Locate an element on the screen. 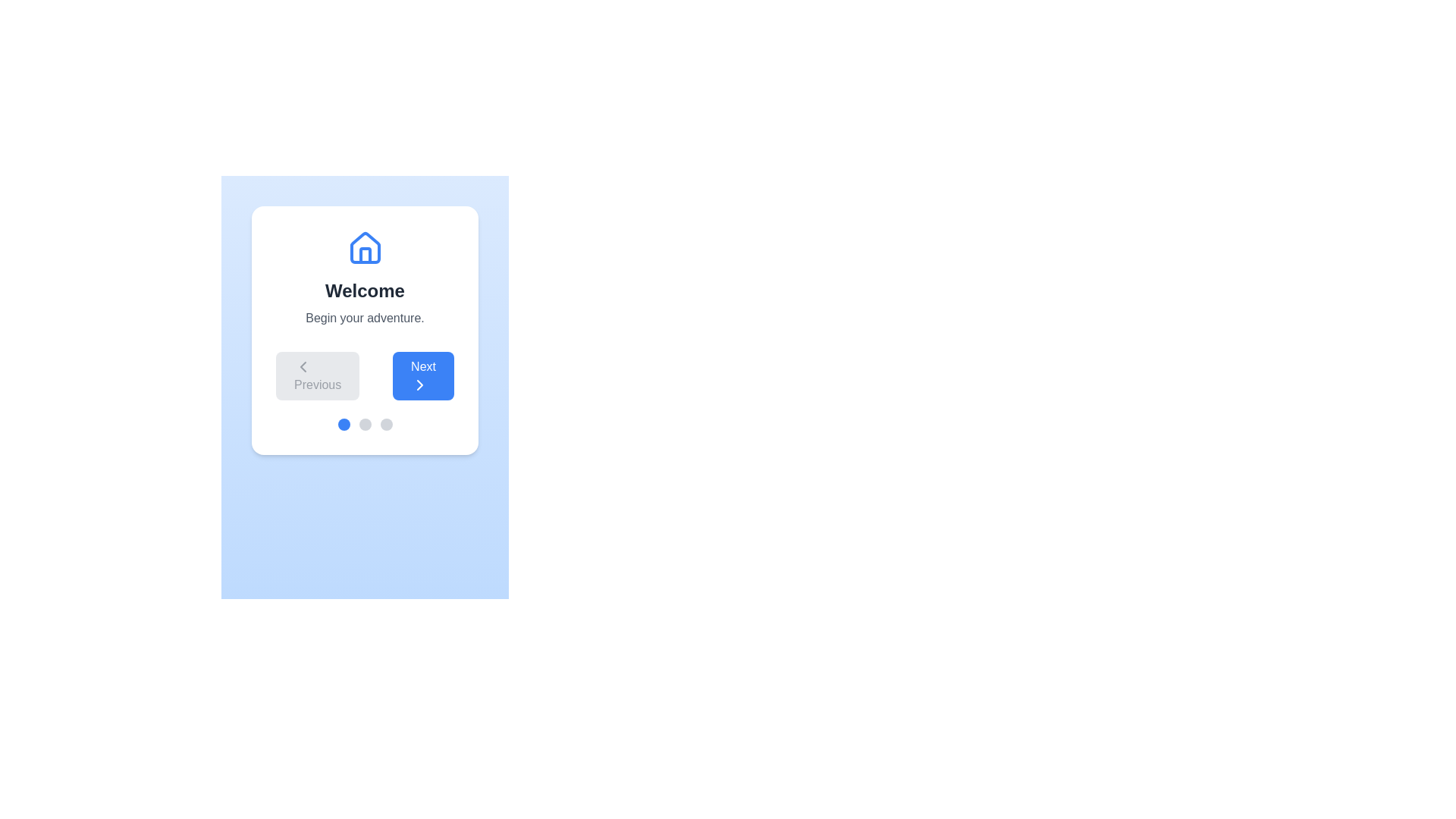 Image resolution: width=1456 pixels, height=819 pixels. the 'Next' button to proceed to the next step is located at coordinates (423, 375).